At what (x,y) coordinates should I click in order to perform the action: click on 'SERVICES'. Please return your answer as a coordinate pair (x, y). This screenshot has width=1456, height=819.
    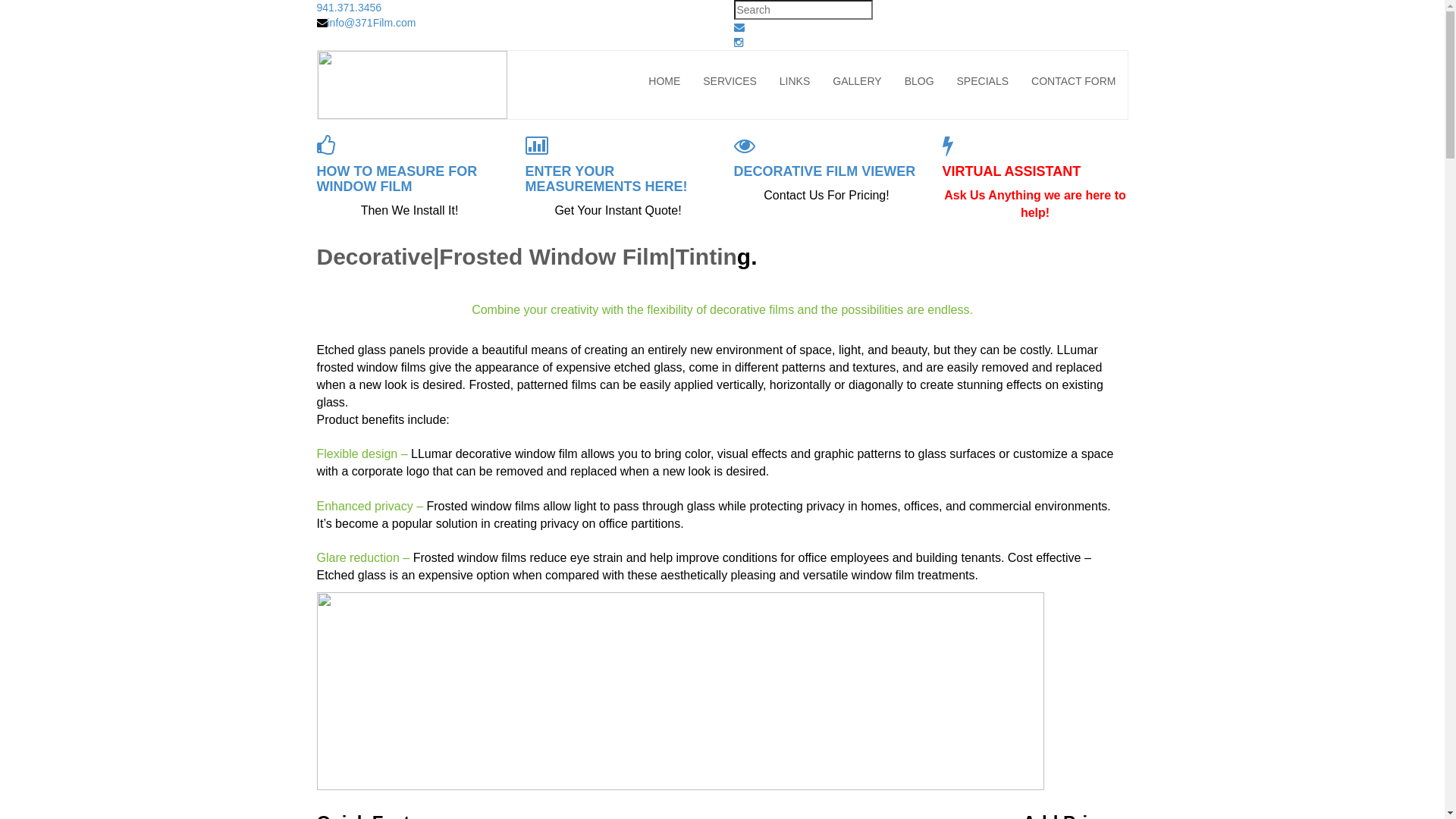
    Looking at the image, I should click on (730, 81).